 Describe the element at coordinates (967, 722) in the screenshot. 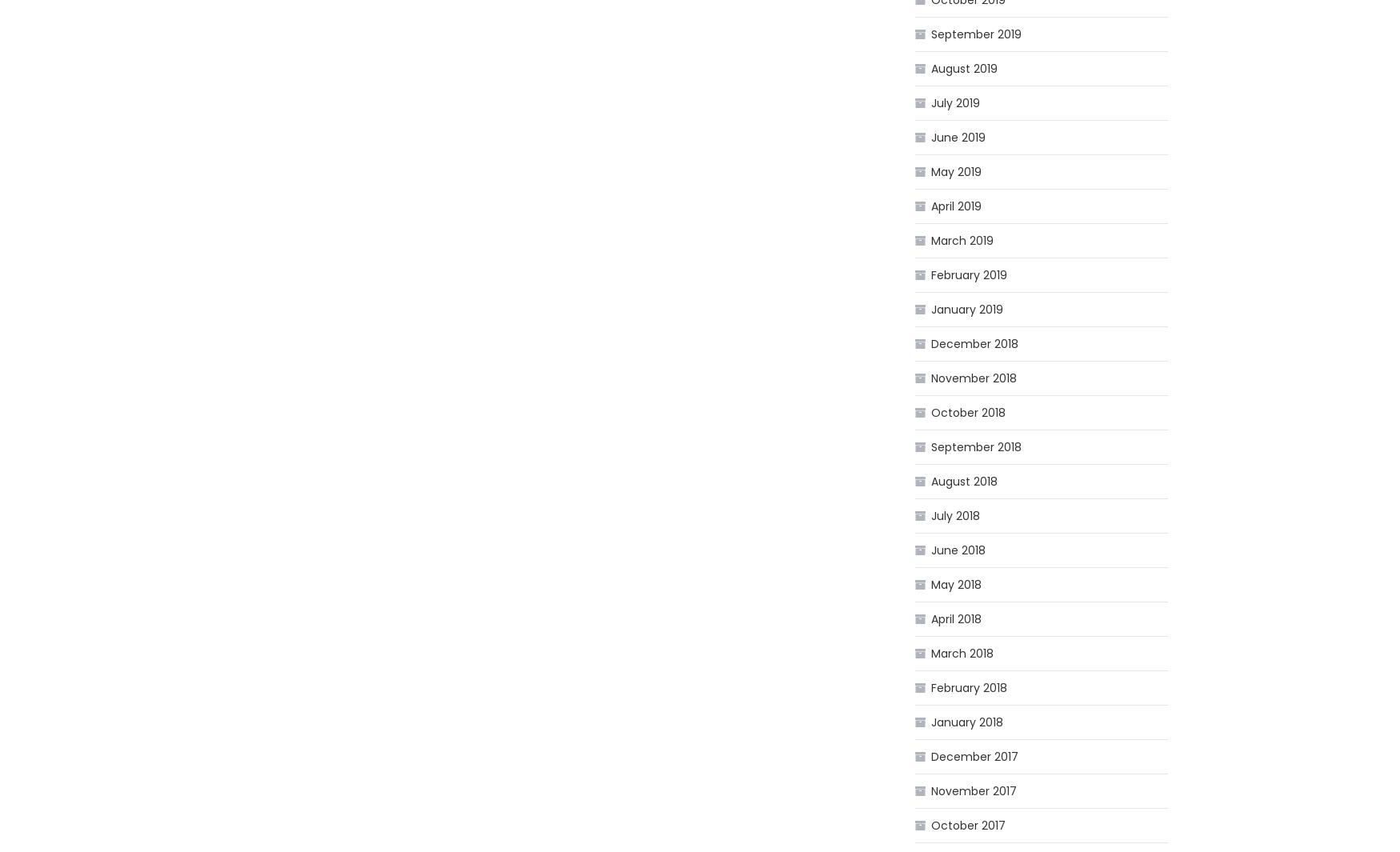

I see `'January 2018'` at that location.